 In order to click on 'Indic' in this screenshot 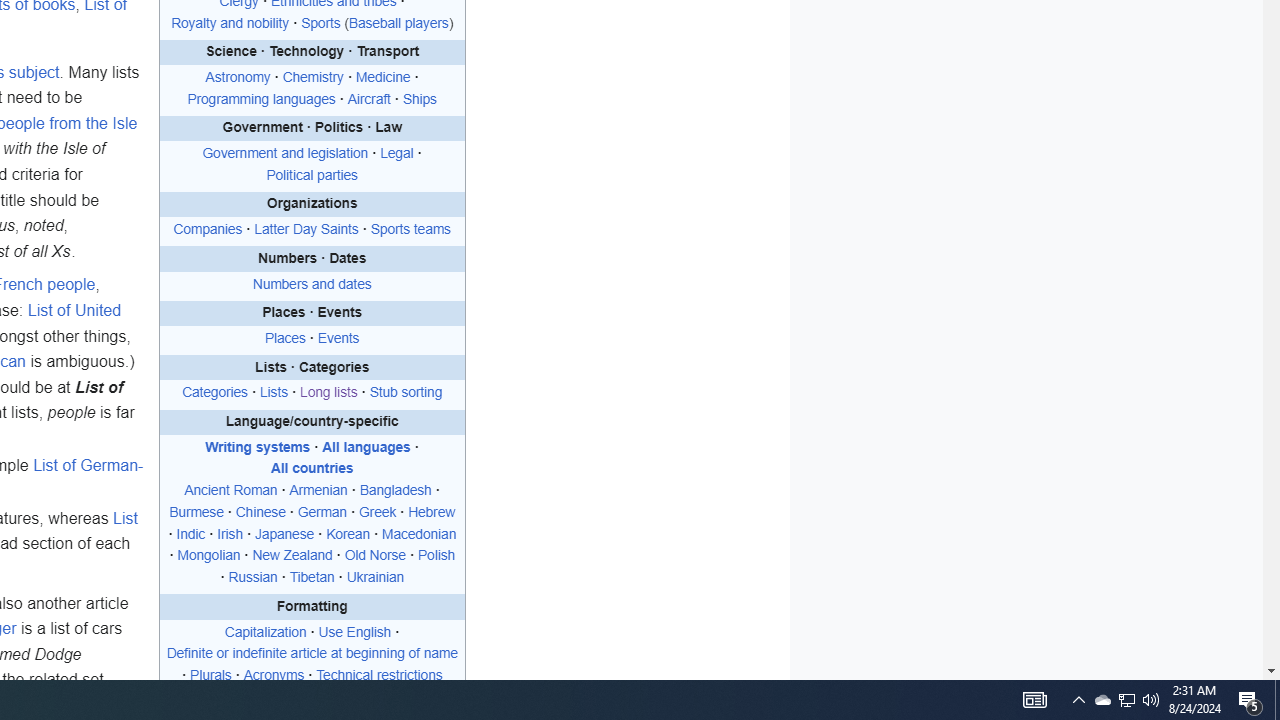, I will do `click(191, 533)`.